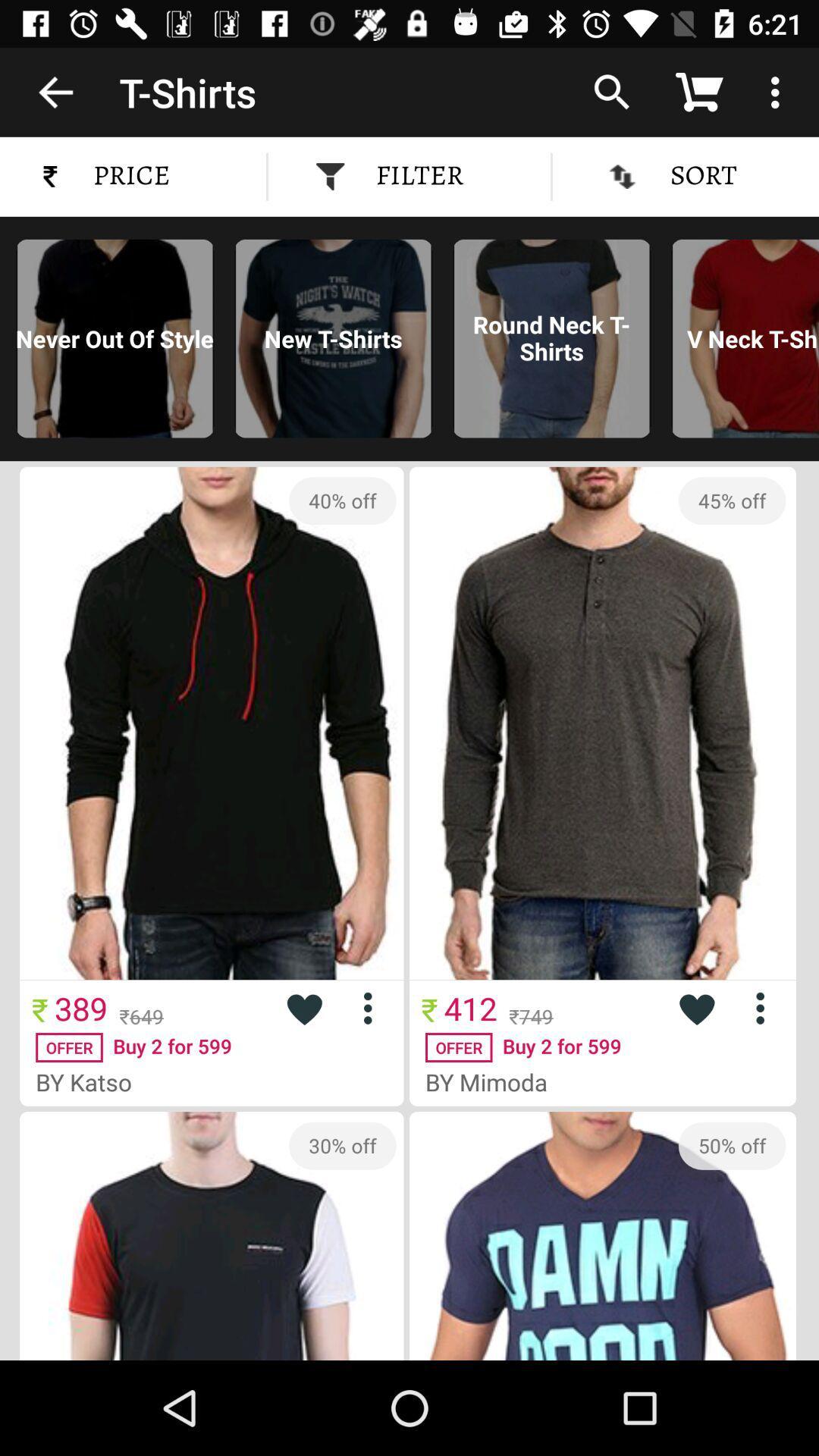  Describe the element at coordinates (55, 91) in the screenshot. I see `app next to the t-shirts icon` at that location.